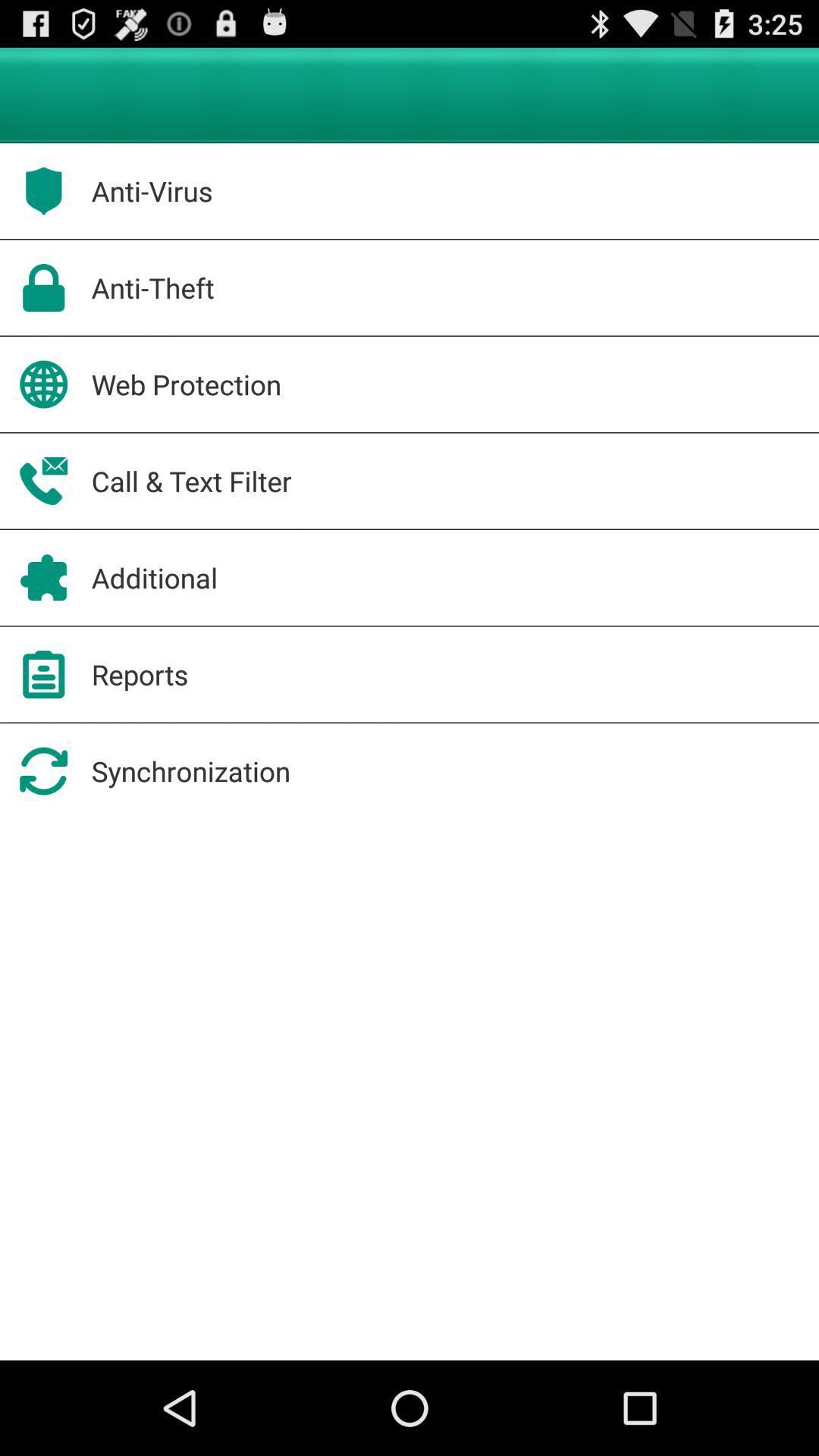 Image resolution: width=819 pixels, height=1456 pixels. Describe the element at coordinates (140, 673) in the screenshot. I see `the item below the additional` at that location.